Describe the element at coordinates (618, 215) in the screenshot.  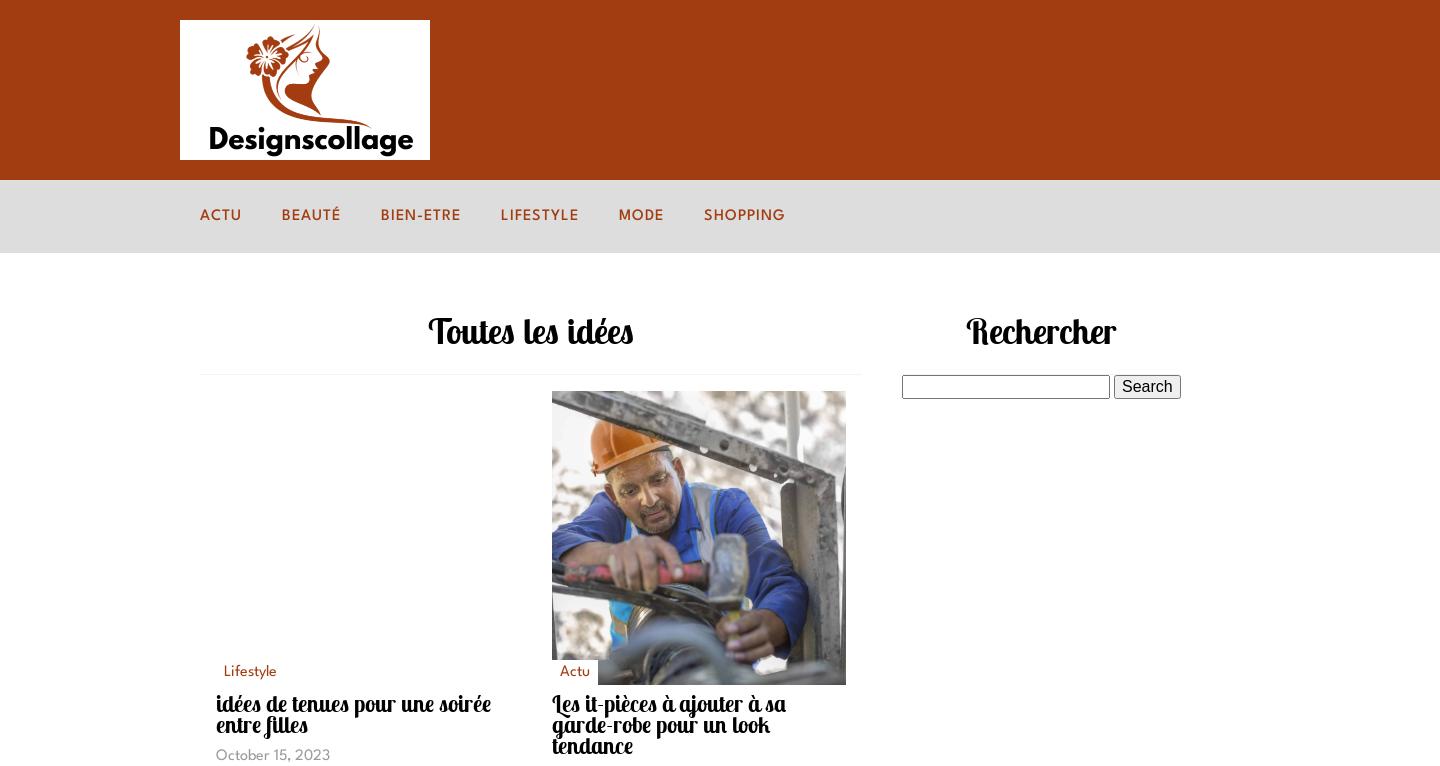
I see `'Mode'` at that location.